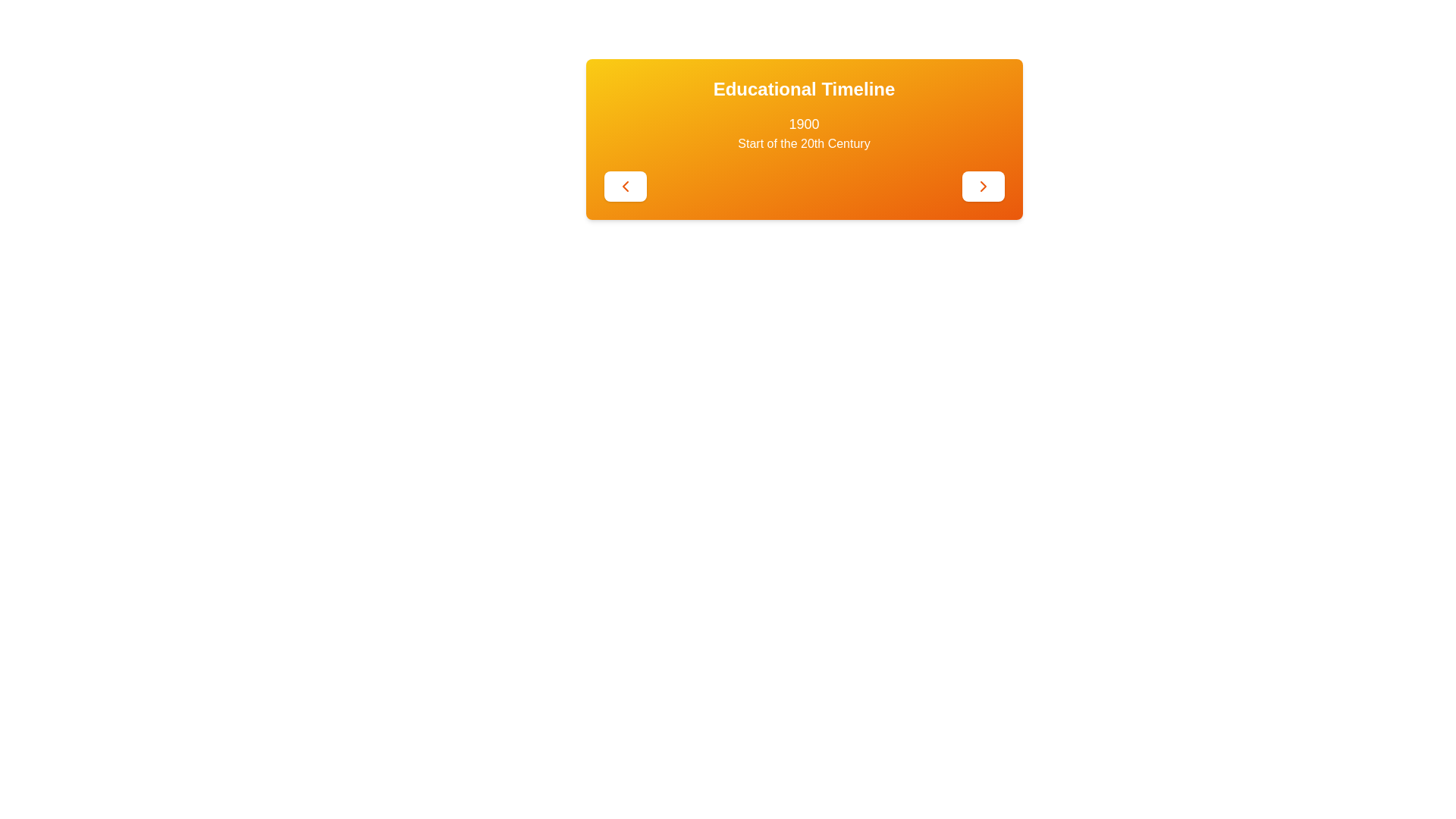 Image resolution: width=1456 pixels, height=819 pixels. What do you see at coordinates (803, 124) in the screenshot?
I see `the Text Label that displays '1900' in bold and large font size, located near the top center of the gradient orange background, positioned above 'Start of the 20th Century' and beneath 'Educational Timeline'` at bounding box center [803, 124].